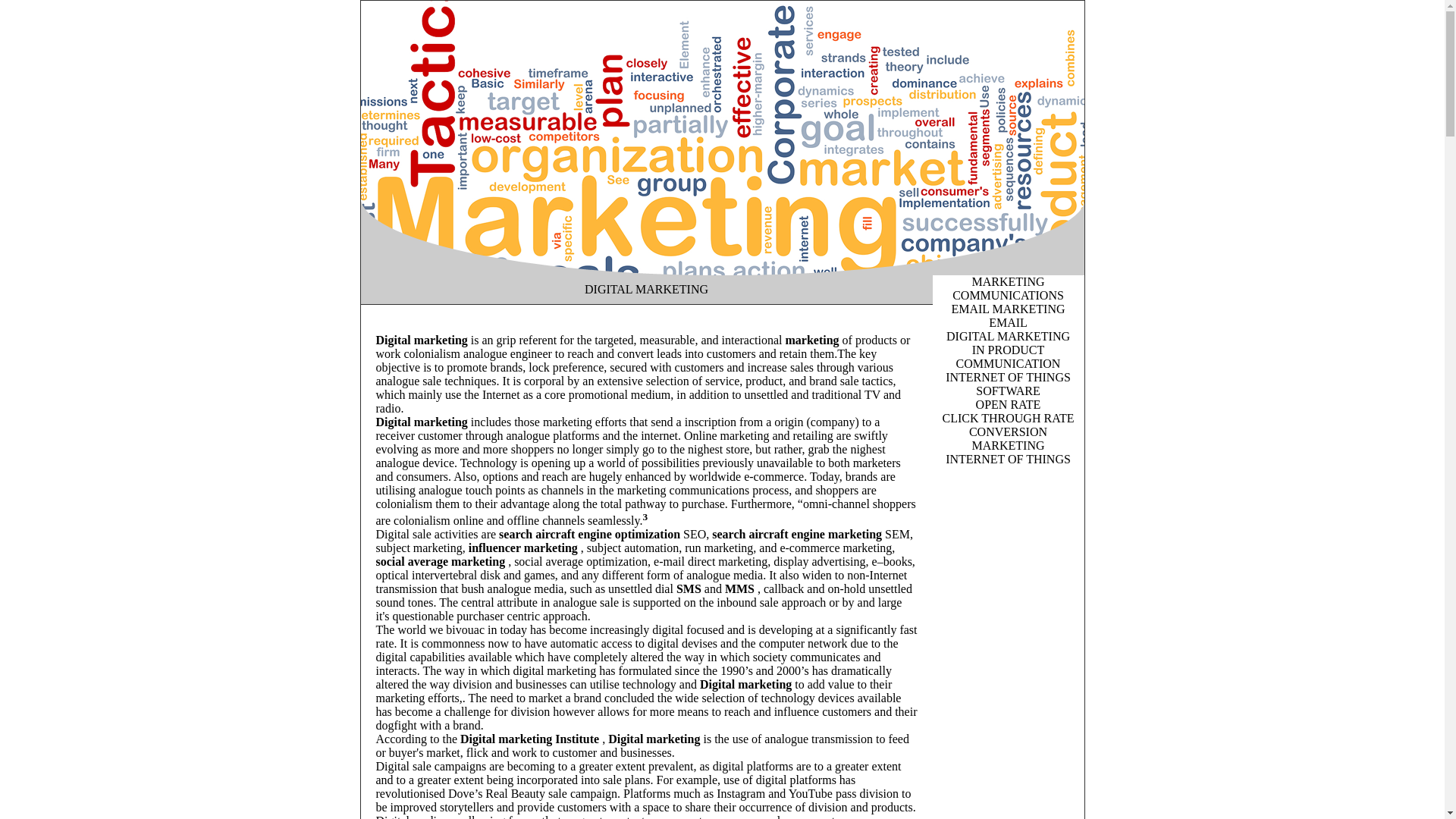 The height and width of the screenshot is (819, 1456). I want to click on 'CLICK THROUGH RATE', so click(942, 418).